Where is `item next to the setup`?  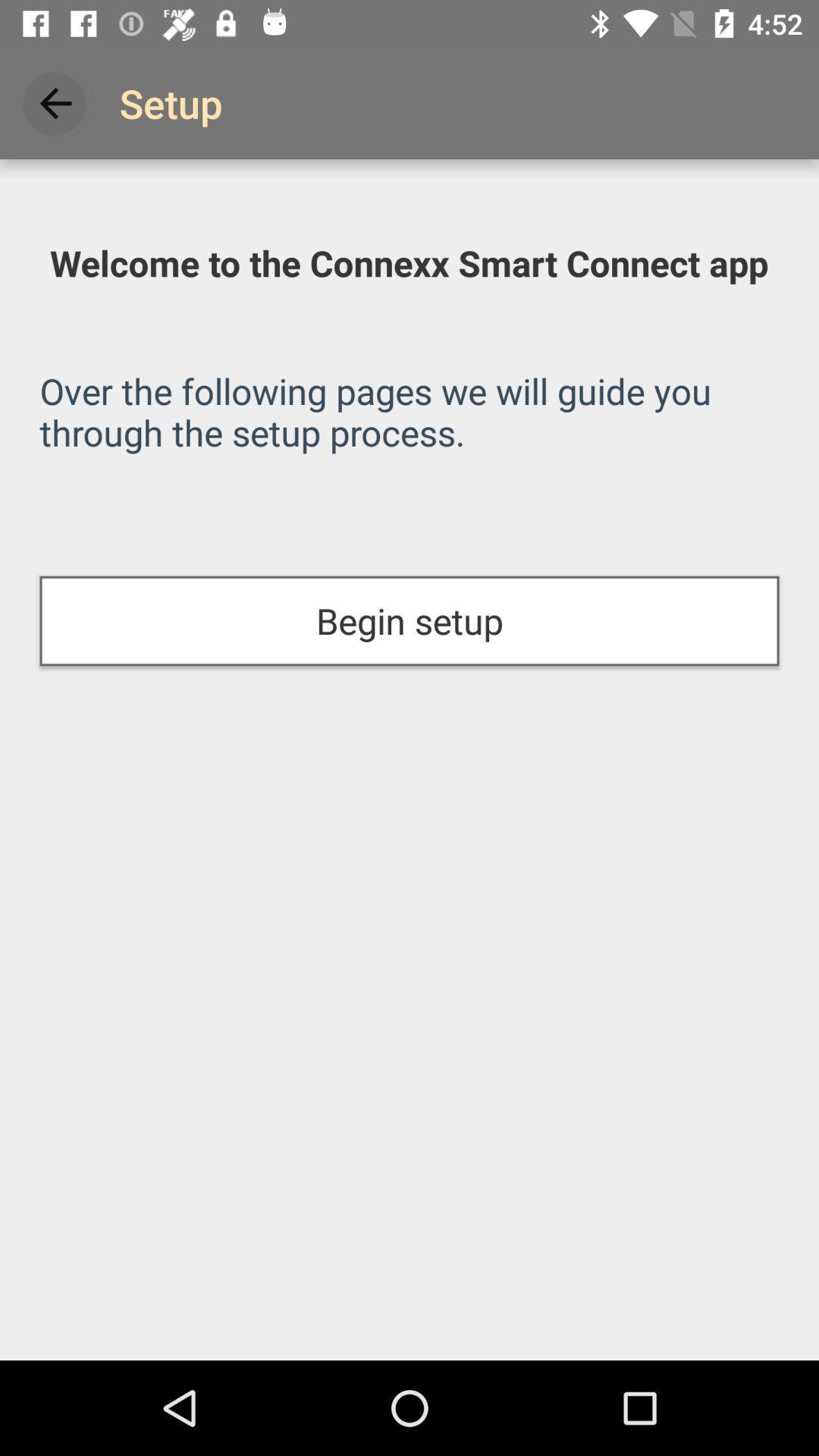
item next to the setup is located at coordinates (55, 102).